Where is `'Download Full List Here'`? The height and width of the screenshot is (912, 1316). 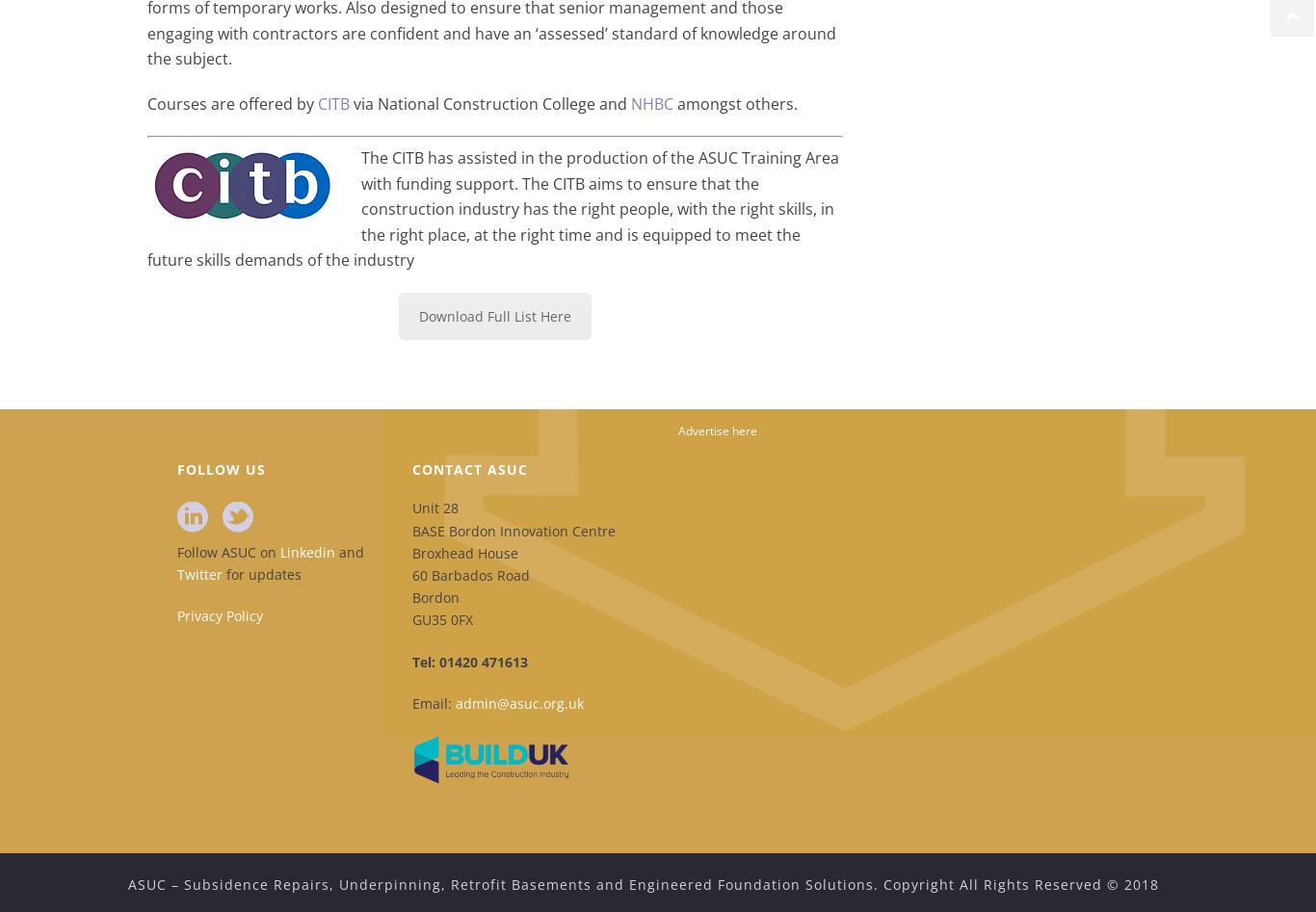 'Download Full List Here' is located at coordinates (495, 315).